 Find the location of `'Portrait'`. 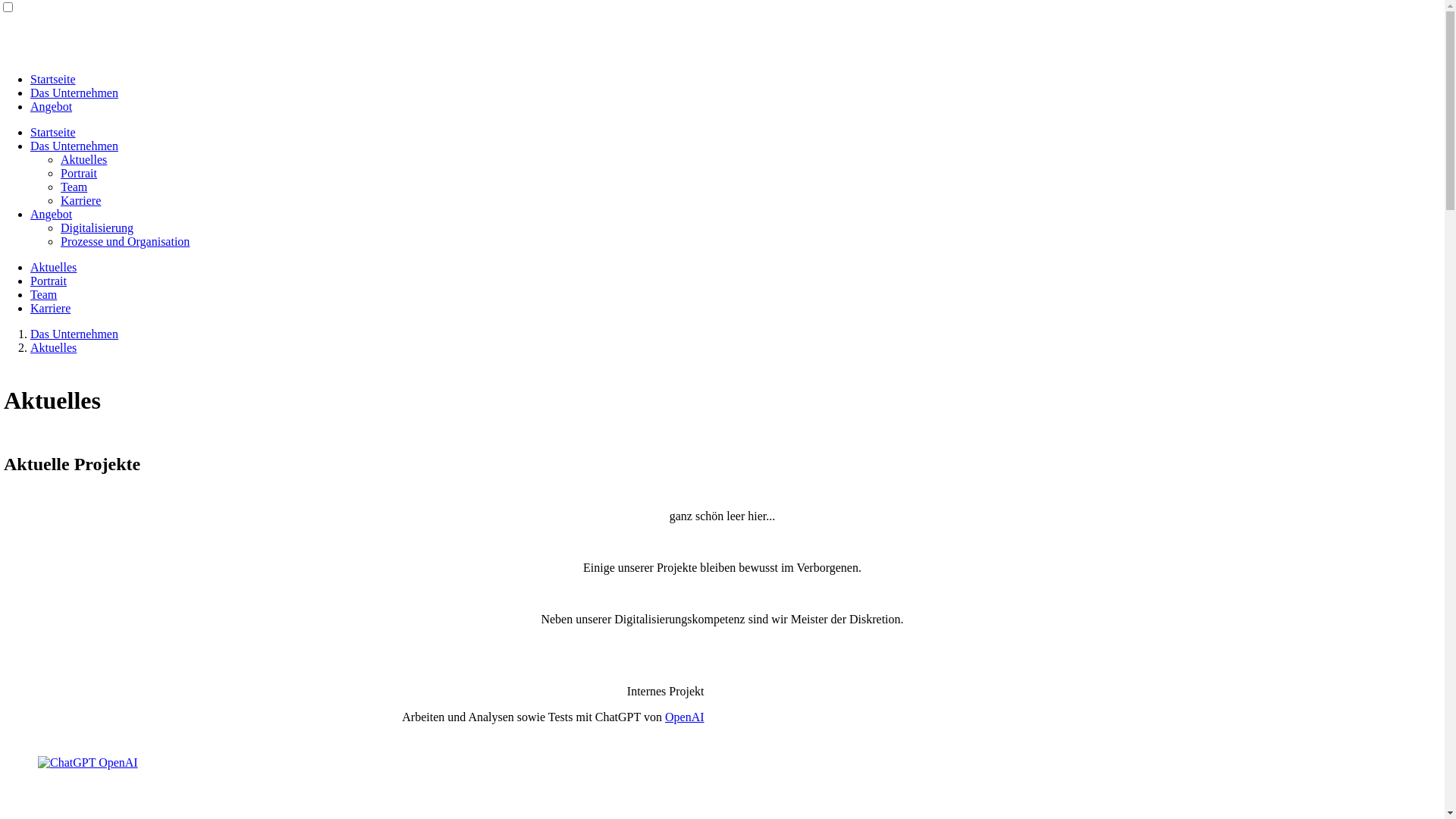

'Portrait' is located at coordinates (78, 172).